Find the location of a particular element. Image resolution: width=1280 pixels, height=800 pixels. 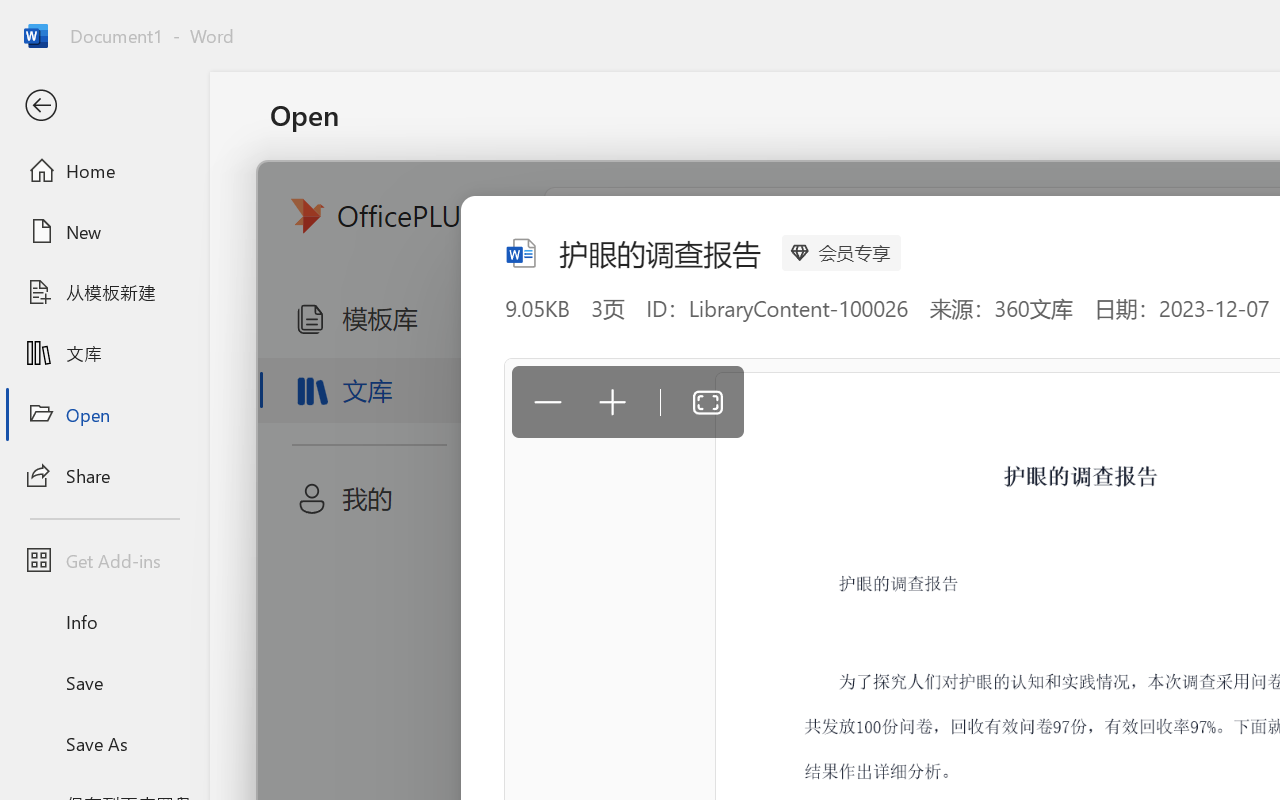

'Save As' is located at coordinates (103, 743).